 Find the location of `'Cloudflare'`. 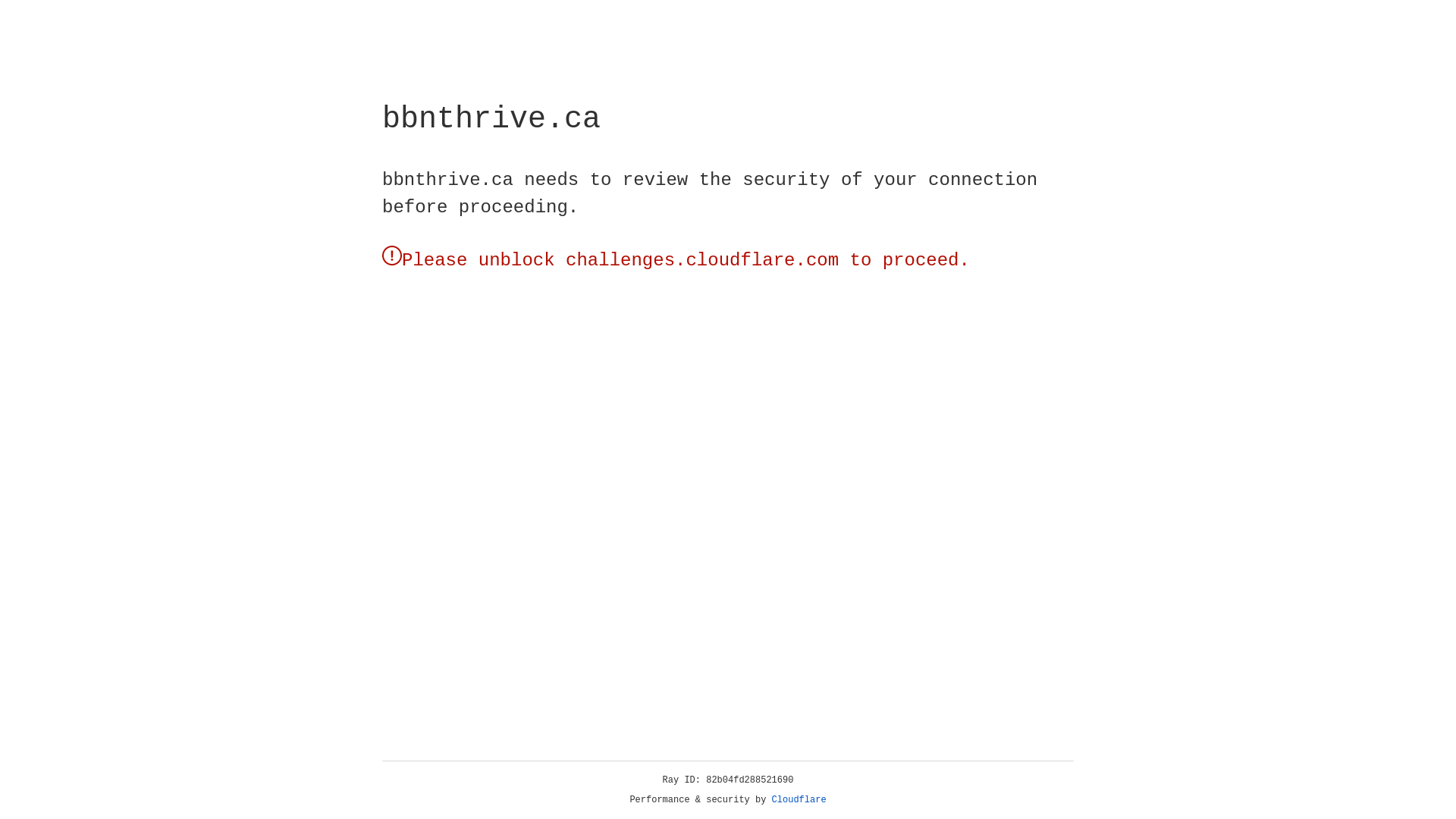

'Cloudflare' is located at coordinates (771, 799).